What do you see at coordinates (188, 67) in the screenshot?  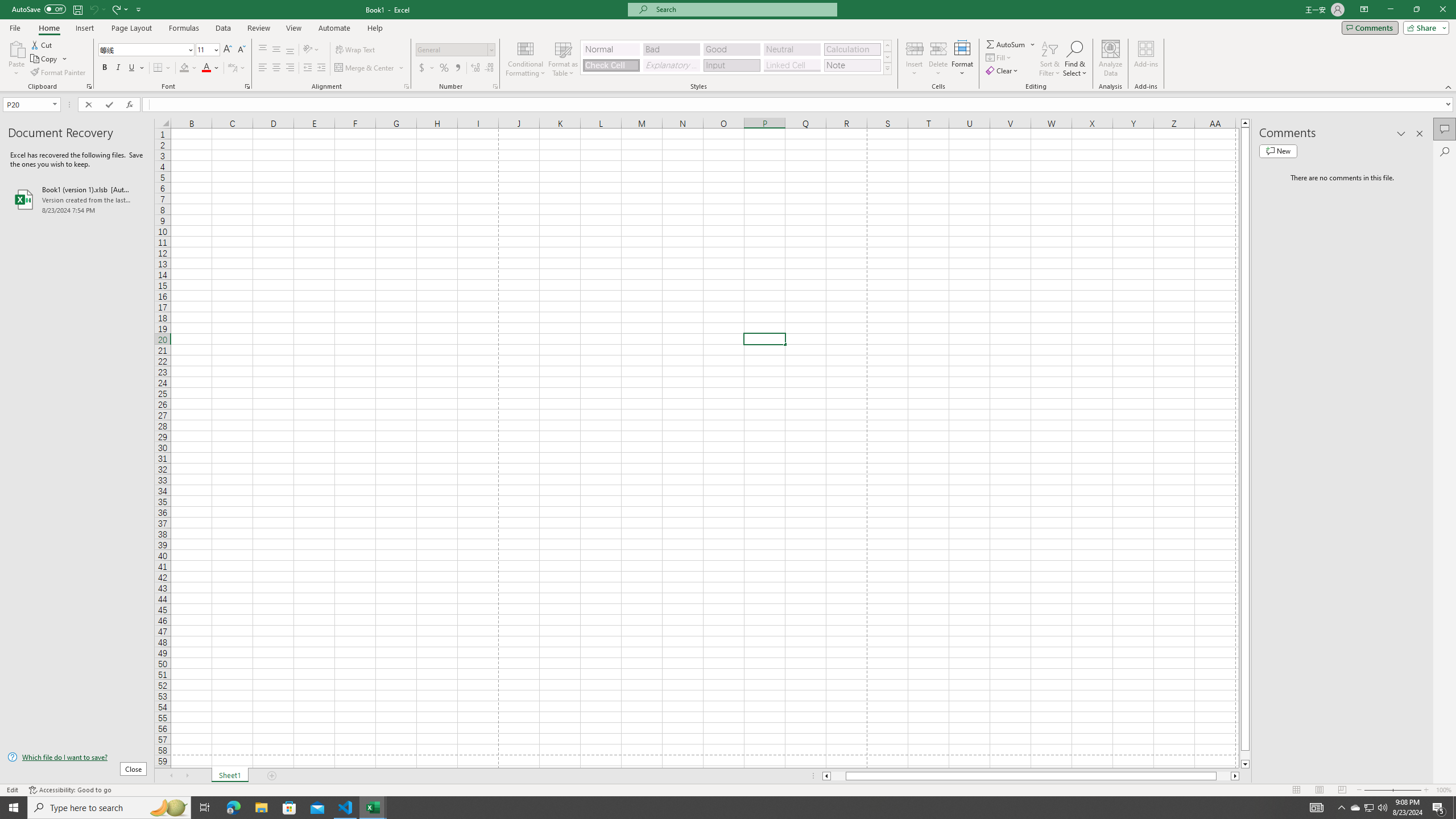 I see `'Fill Color'` at bounding box center [188, 67].